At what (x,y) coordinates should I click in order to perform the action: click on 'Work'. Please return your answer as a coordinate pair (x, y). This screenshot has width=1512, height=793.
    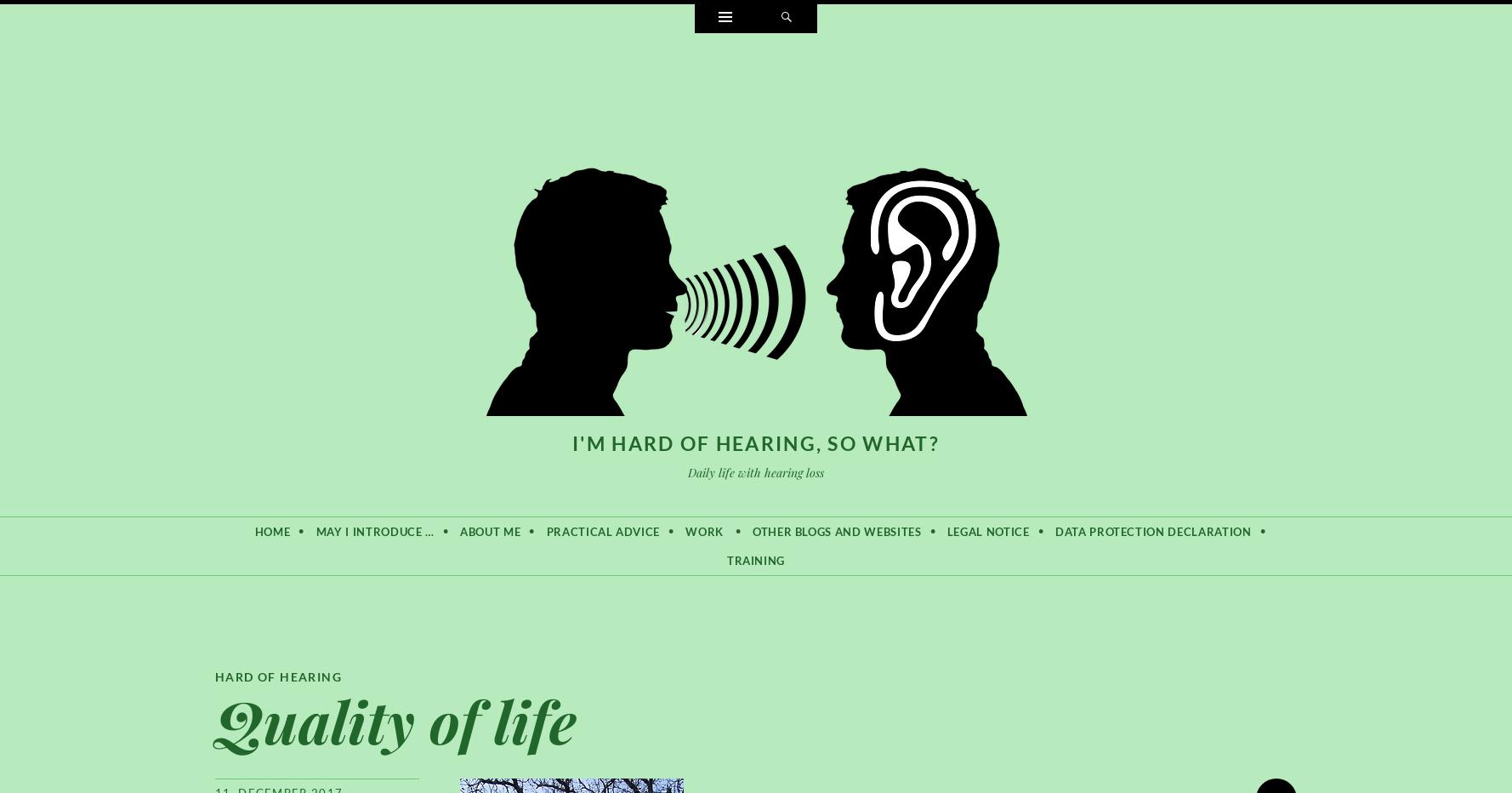
    Looking at the image, I should click on (703, 529).